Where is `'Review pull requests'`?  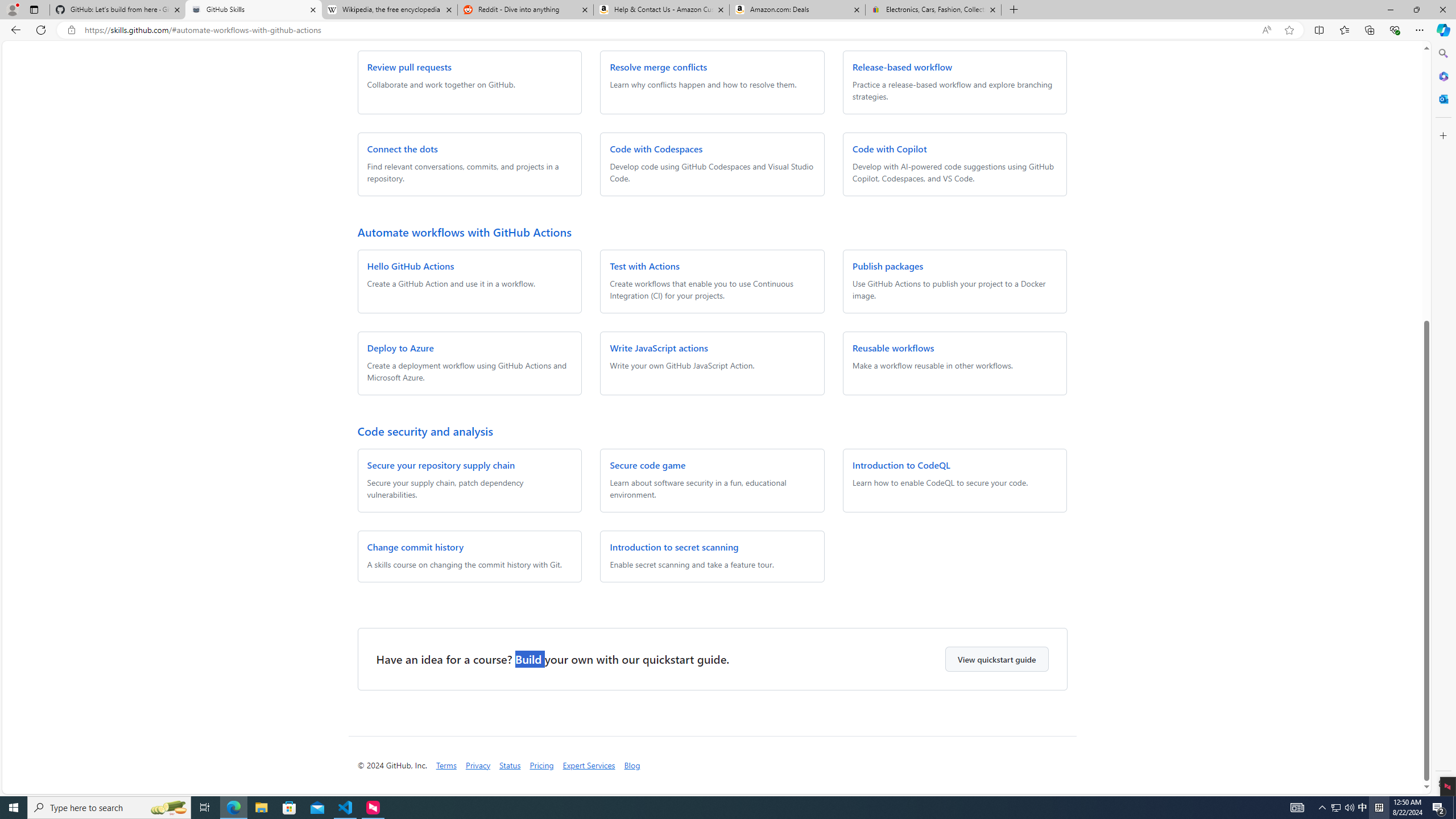
'Review pull requests' is located at coordinates (408, 66).